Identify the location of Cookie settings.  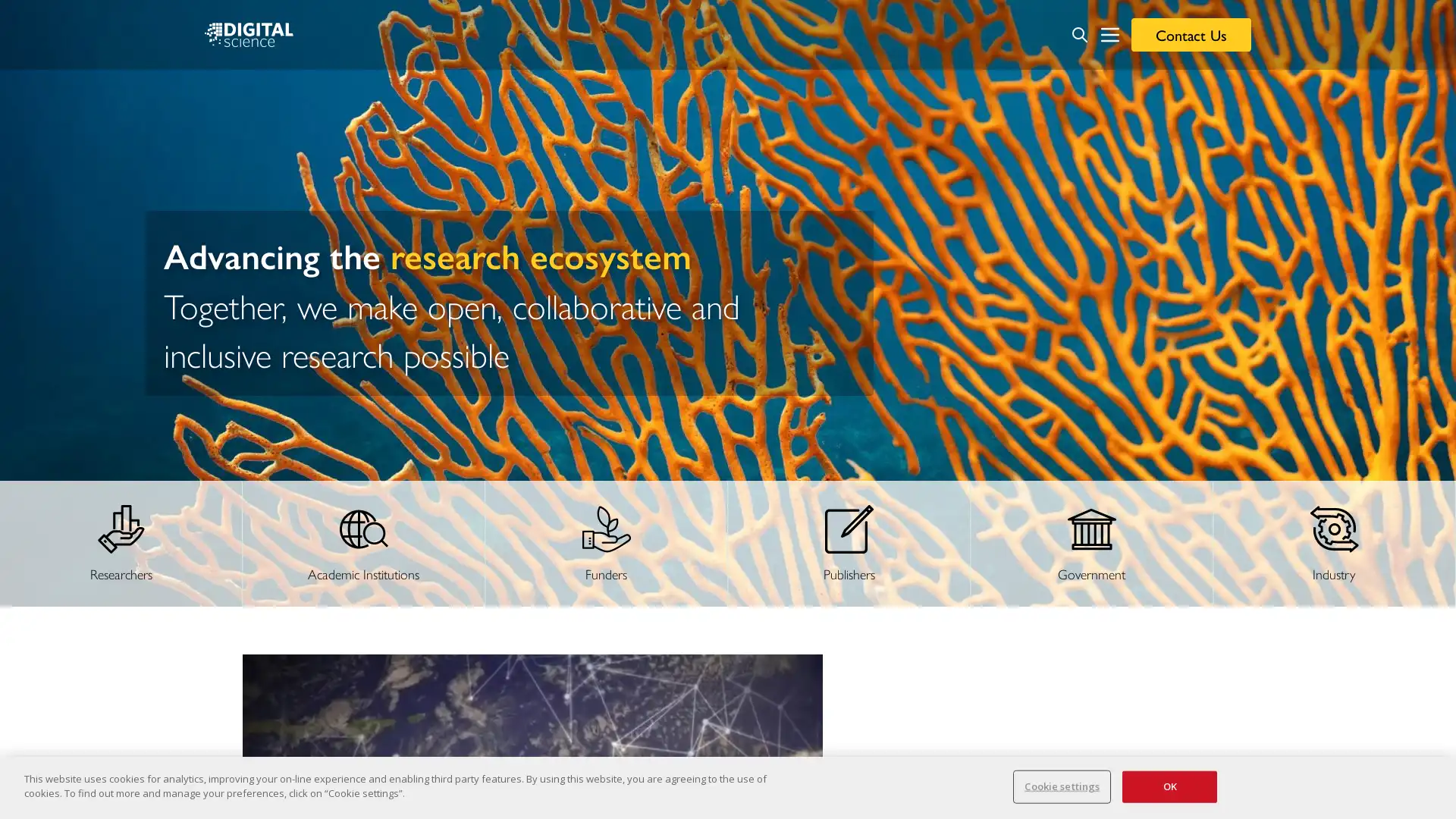
(1061, 786).